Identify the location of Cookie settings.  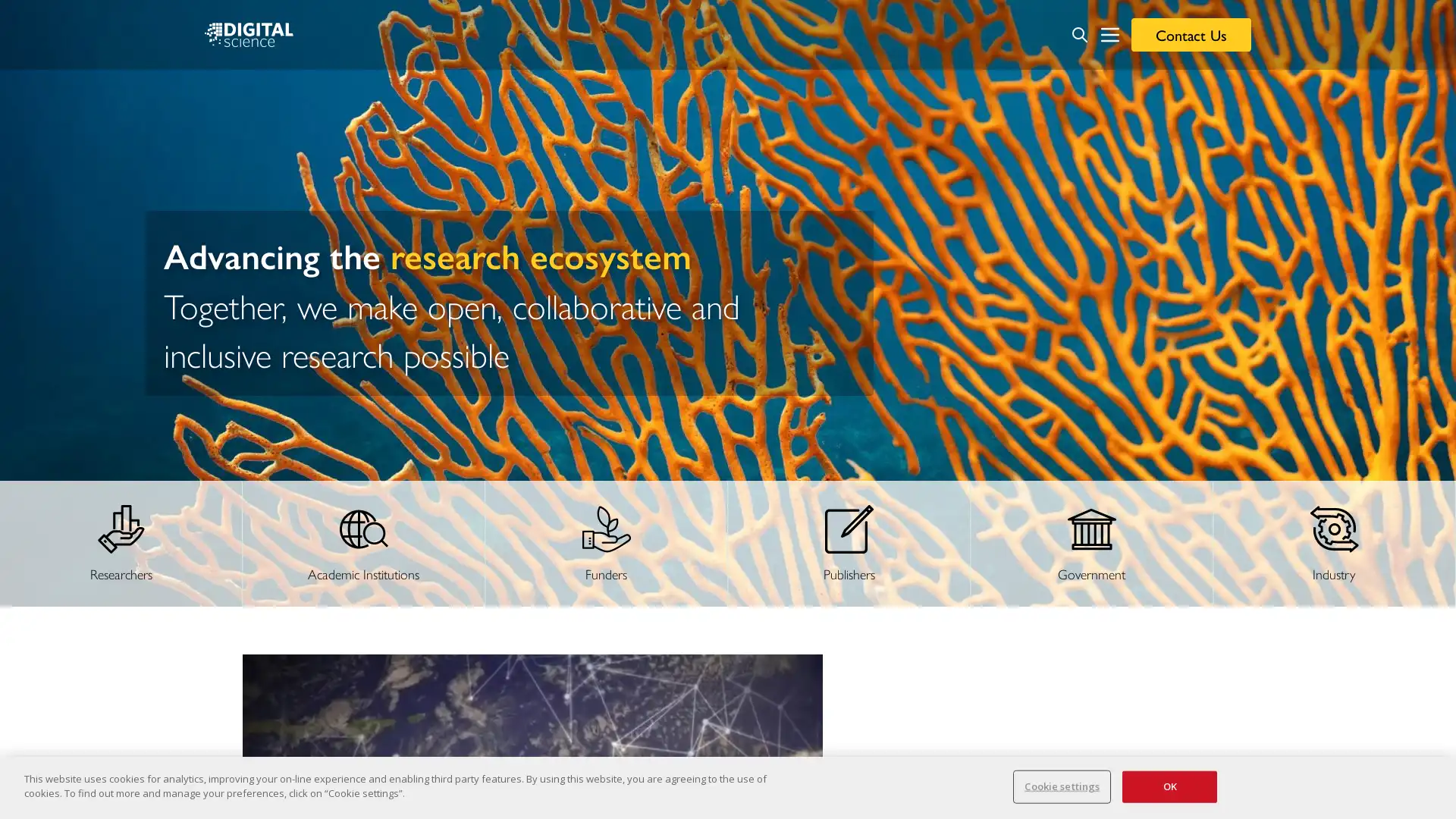
(1061, 786).